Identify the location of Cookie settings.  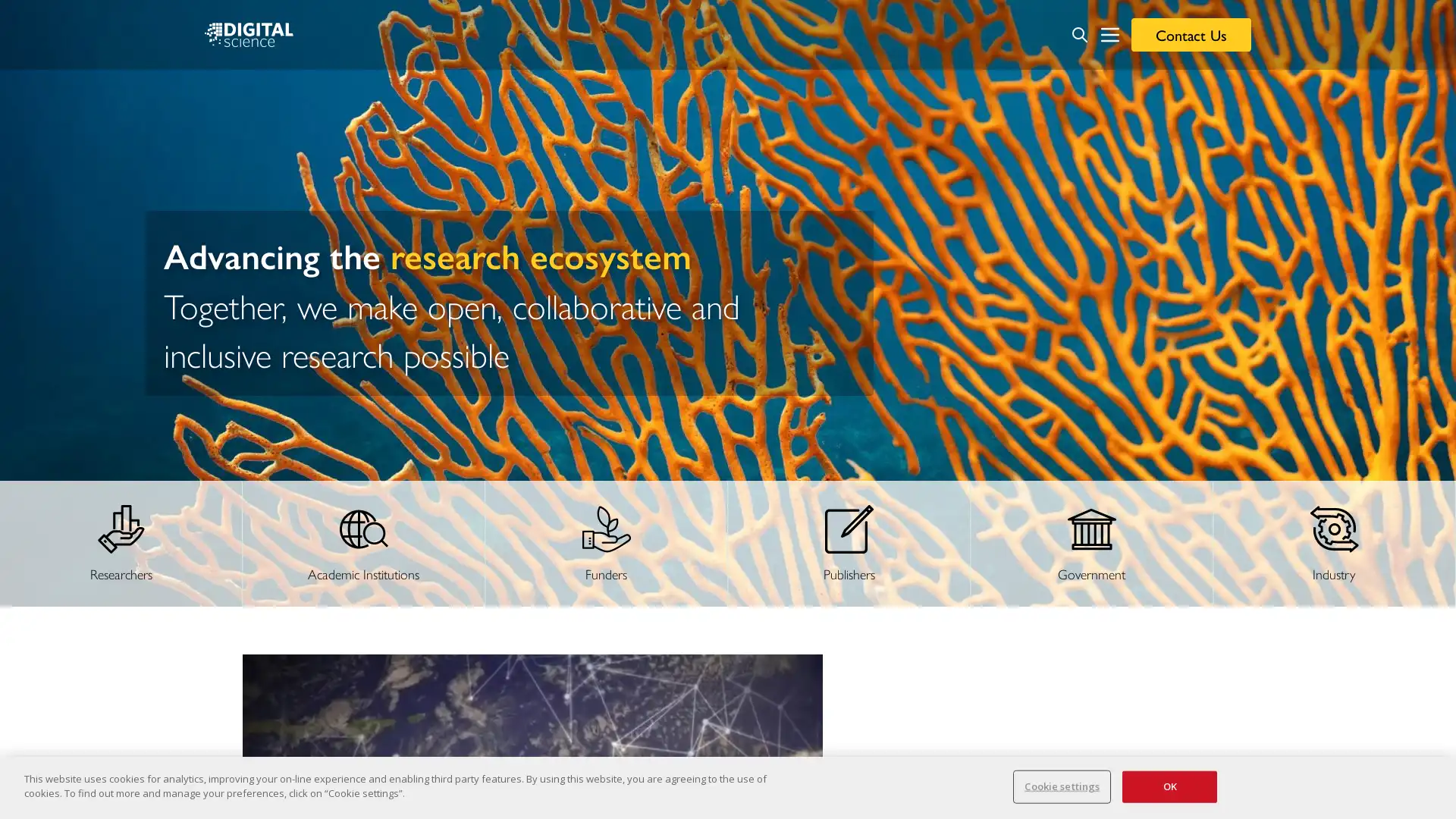
(1061, 786).